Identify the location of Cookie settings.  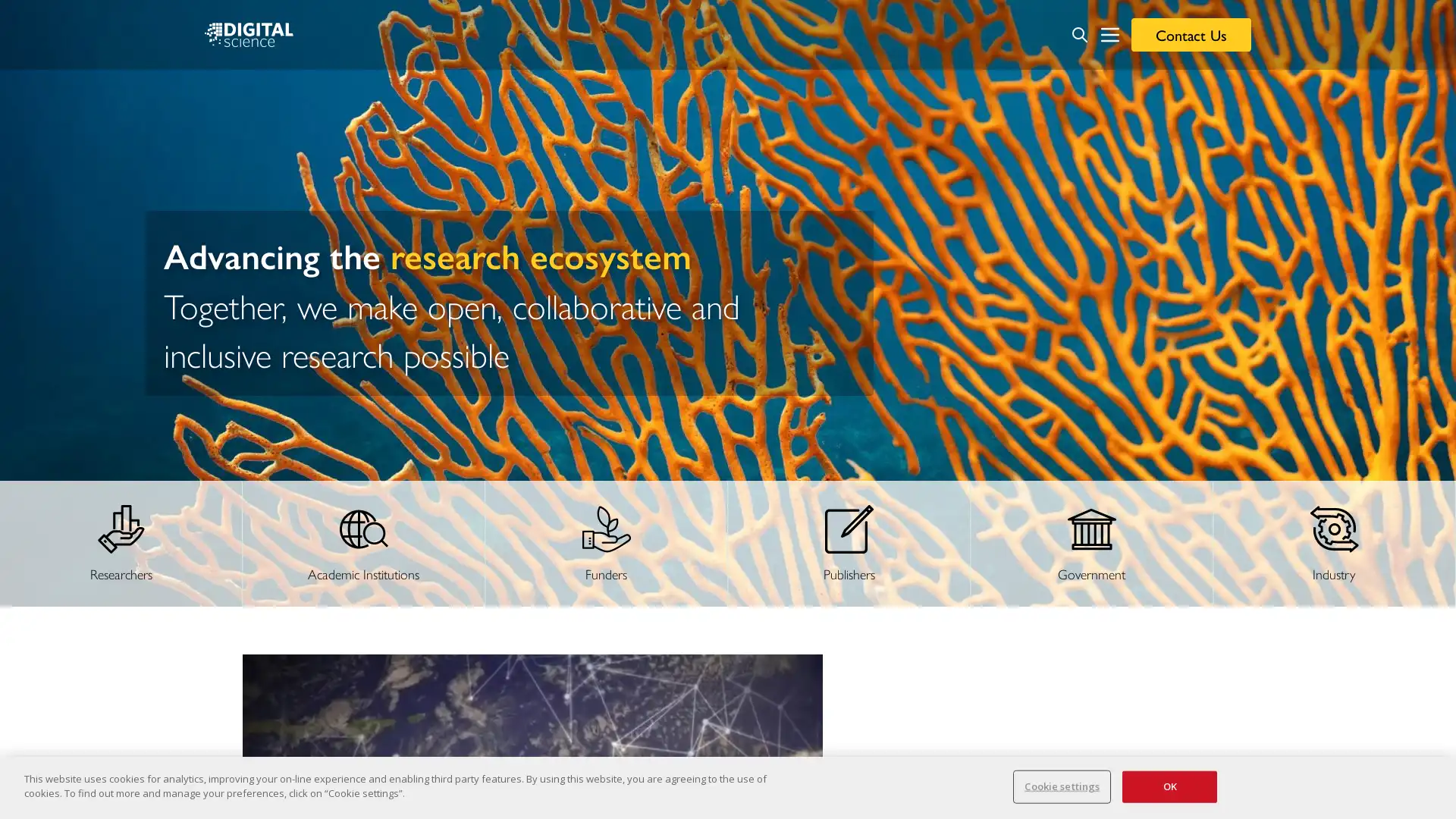
(1061, 786).